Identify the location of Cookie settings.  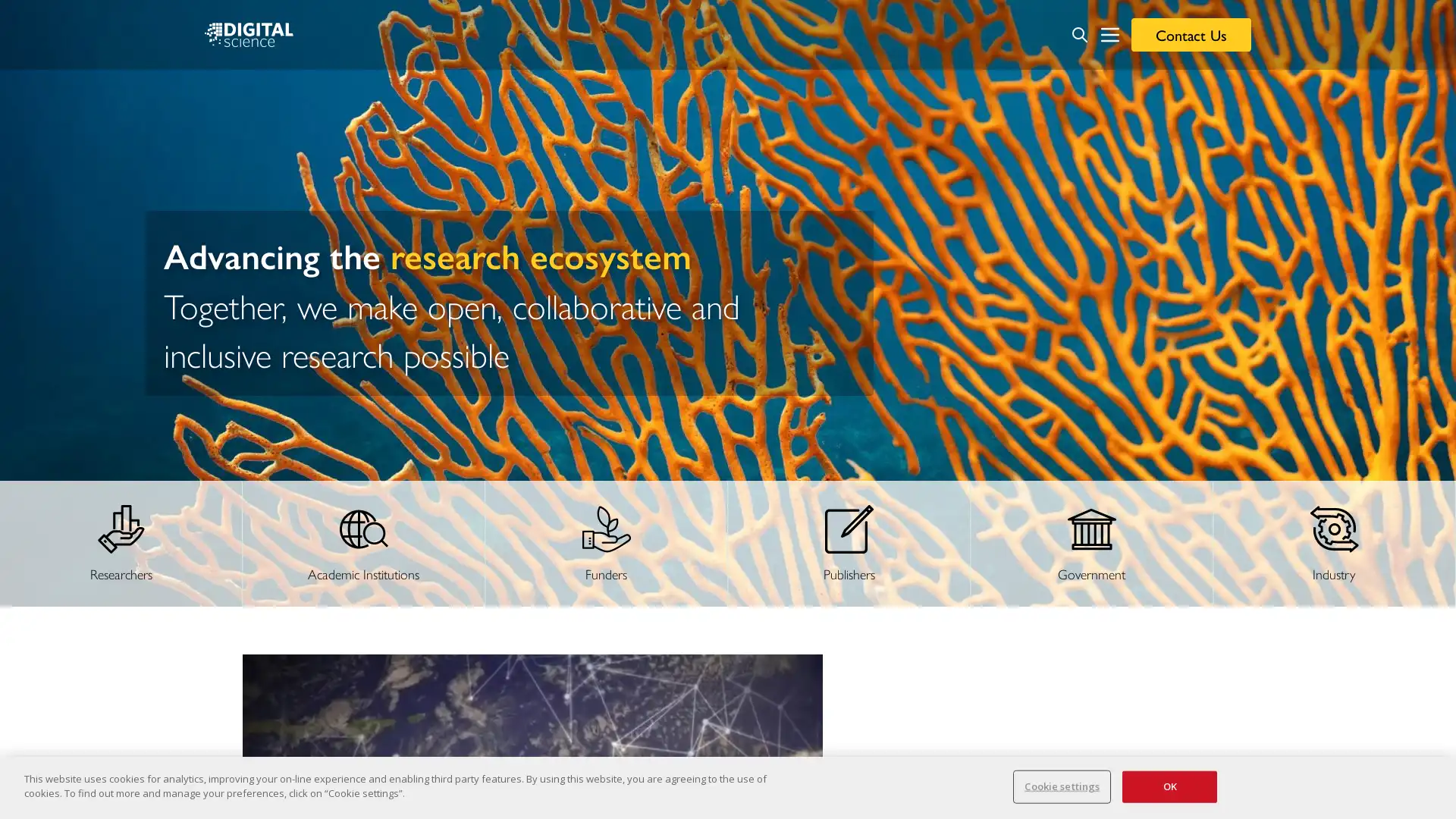
(1061, 786).